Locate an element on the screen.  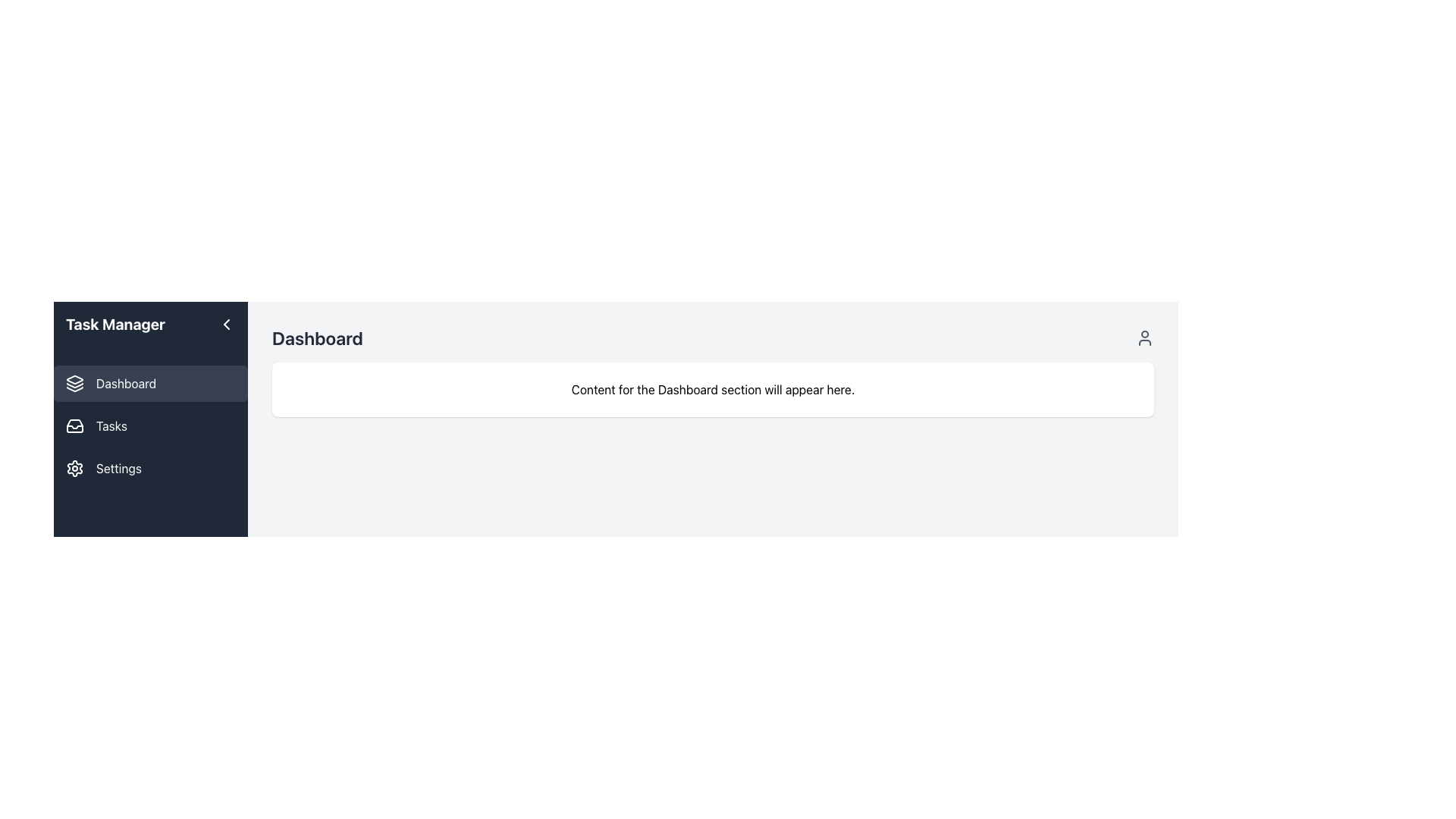
the user settings icon located at the far right of the header next to the 'Dashboard' text is located at coordinates (1145, 337).